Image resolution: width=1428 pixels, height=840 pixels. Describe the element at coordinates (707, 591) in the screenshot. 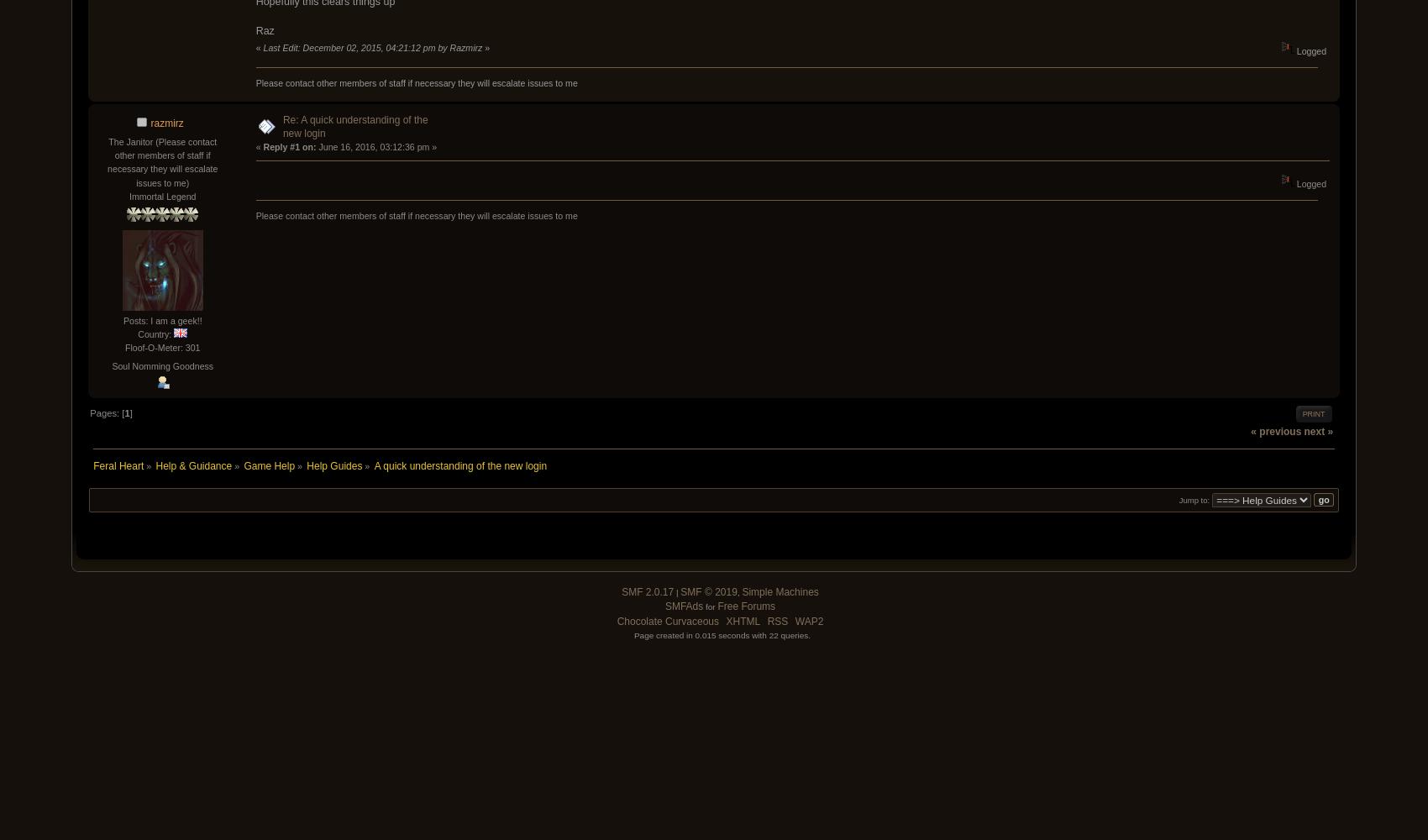

I see `'SMF © 2019'` at that location.